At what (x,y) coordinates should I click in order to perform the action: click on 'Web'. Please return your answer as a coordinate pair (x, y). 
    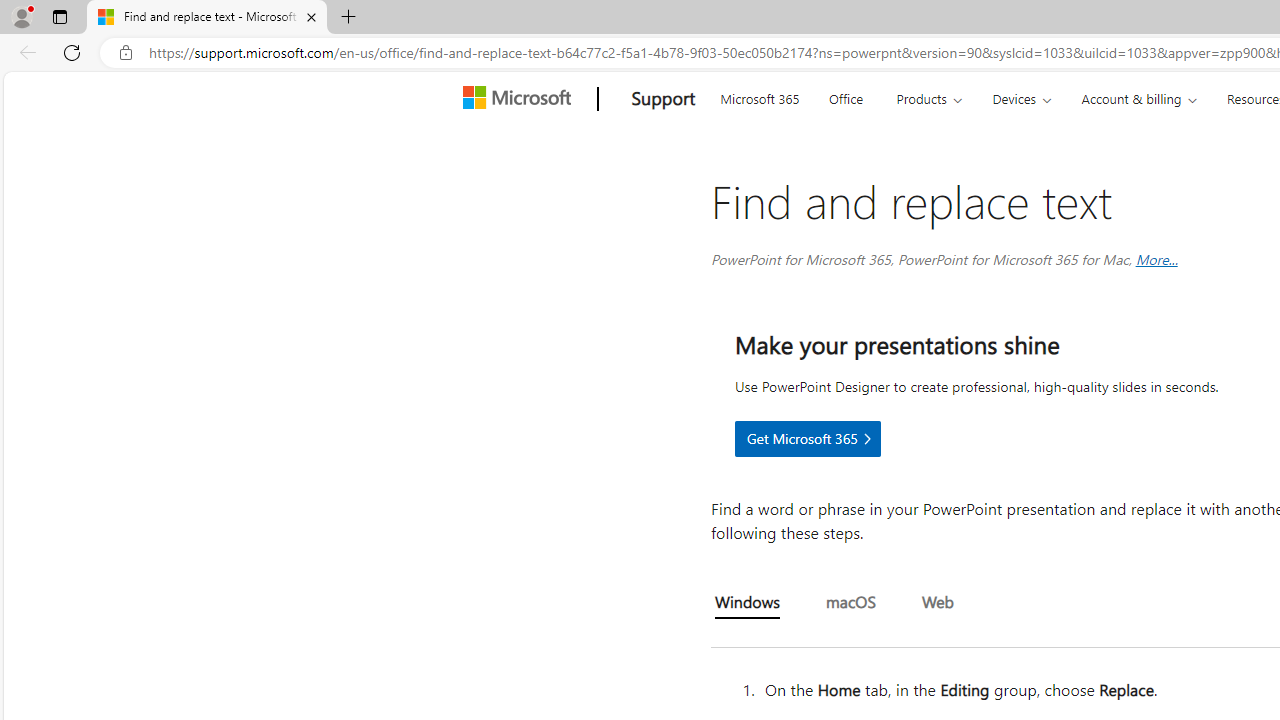
    Looking at the image, I should click on (936, 602).